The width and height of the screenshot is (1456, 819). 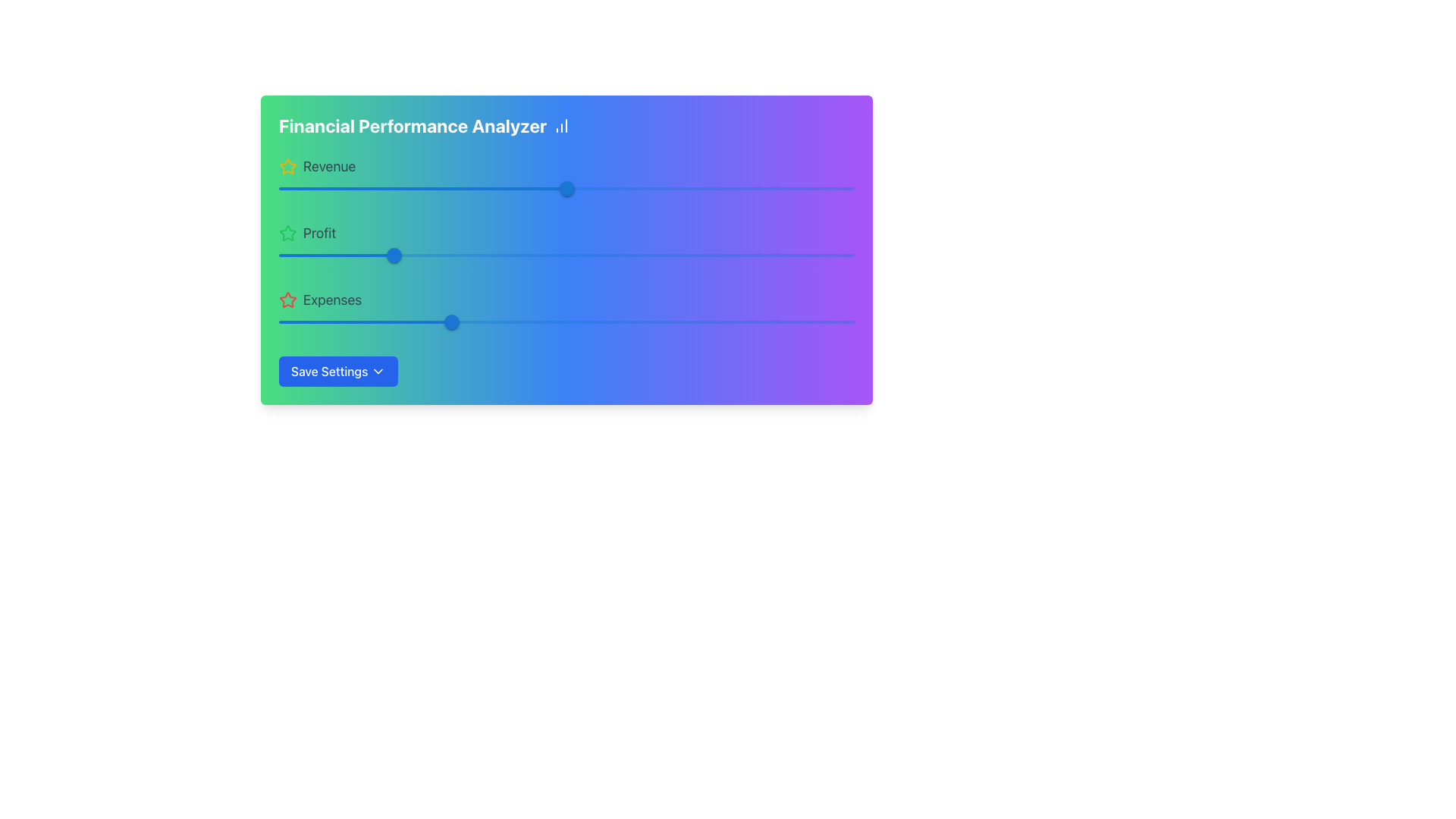 What do you see at coordinates (382, 188) in the screenshot?
I see `the Revenue slider` at bounding box center [382, 188].